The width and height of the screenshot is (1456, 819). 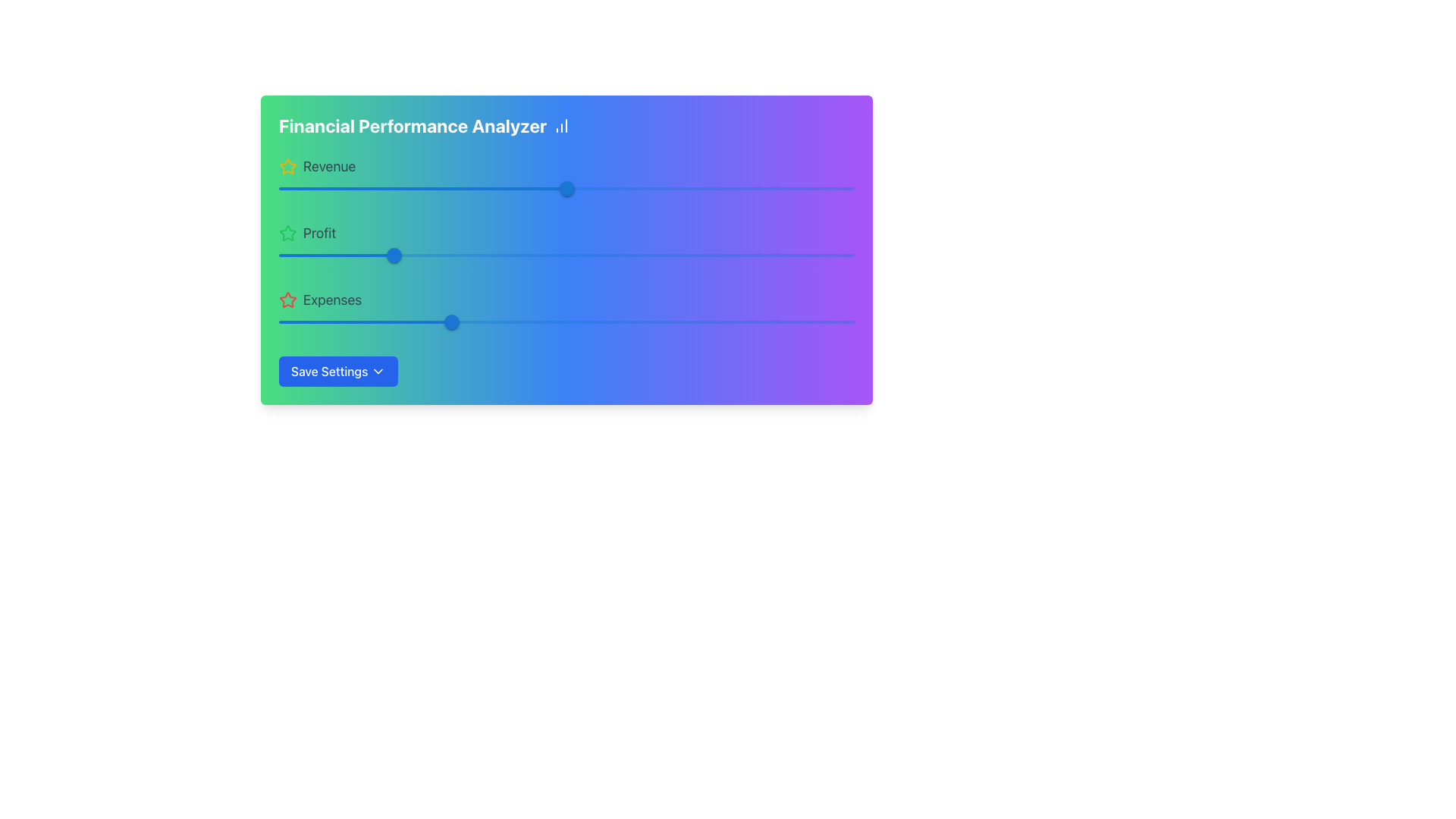 What do you see at coordinates (382, 188) in the screenshot?
I see `the Revenue slider` at bounding box center [382, 188].